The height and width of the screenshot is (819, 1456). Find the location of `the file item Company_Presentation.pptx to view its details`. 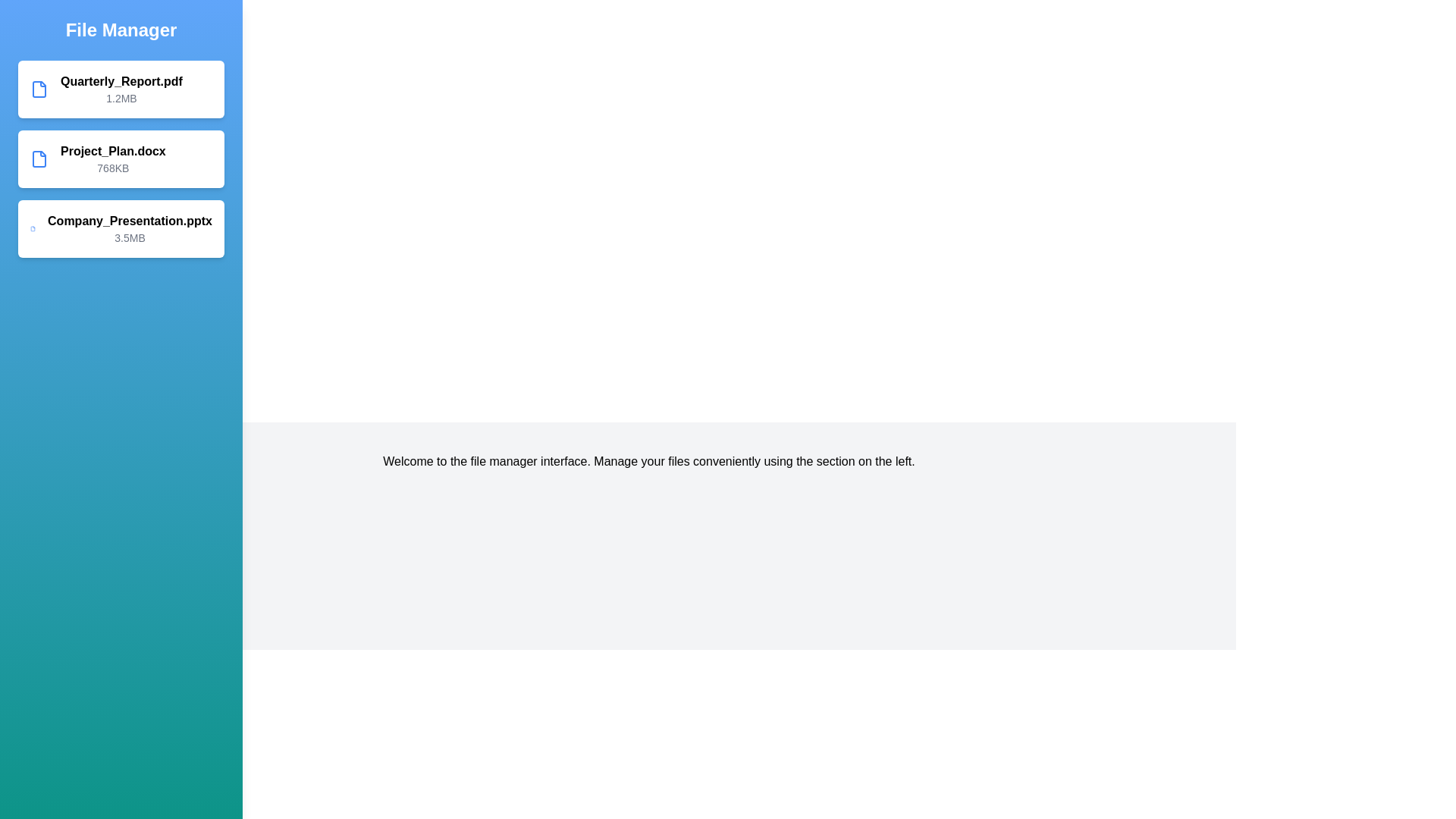

the file item Company_Presentation.pptx to view its details is located at coordinates (120, 228).